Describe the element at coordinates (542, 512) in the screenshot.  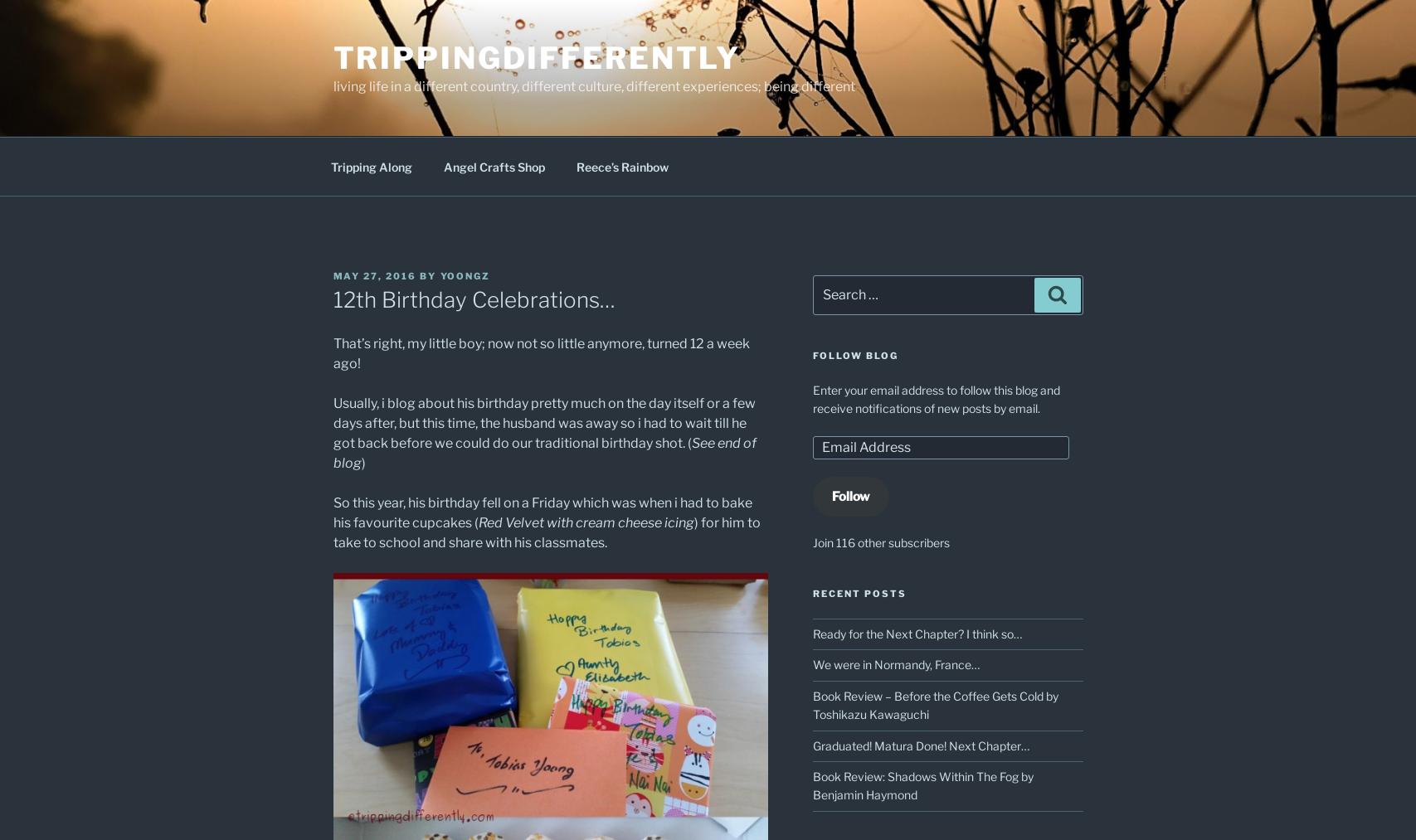
I see `'So this year, his birthday fell on a Friday which was when i had to bake his favourite cupcakes ('` at that location.